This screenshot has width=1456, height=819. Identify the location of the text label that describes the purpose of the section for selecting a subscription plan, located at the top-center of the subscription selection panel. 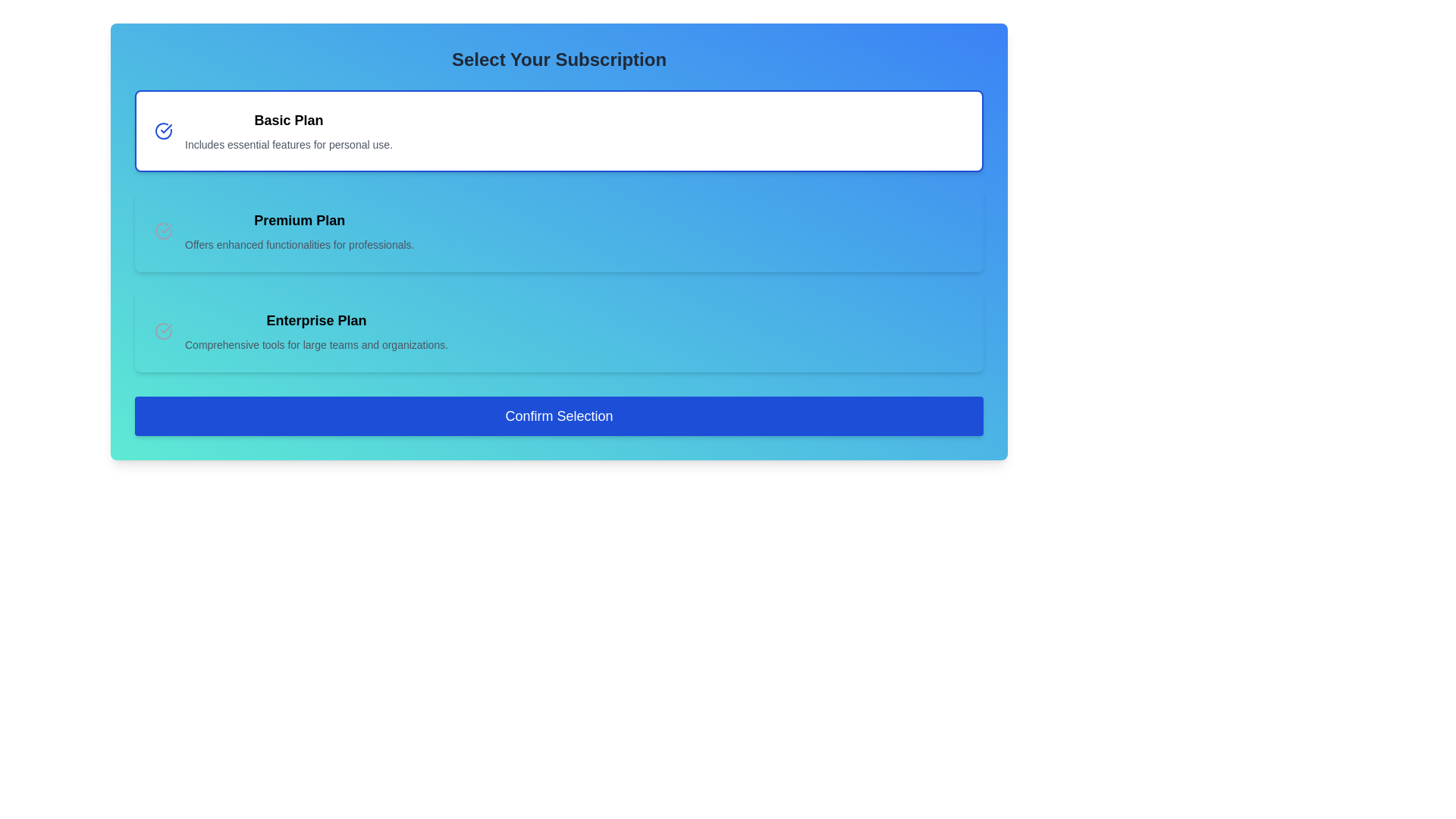
(558, 58).